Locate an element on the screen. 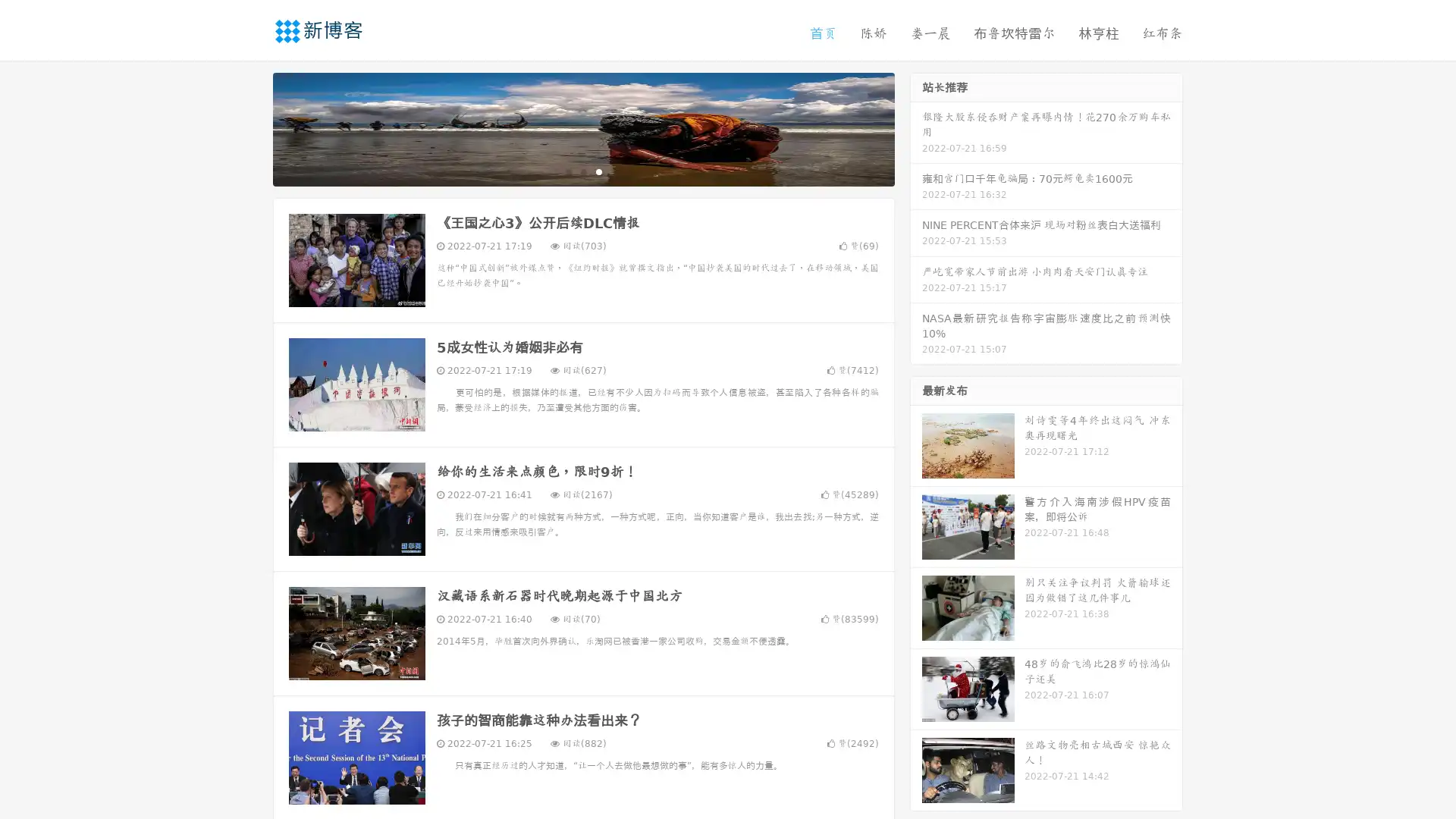  Go to slide 1 is located at coordinates (567, 171).